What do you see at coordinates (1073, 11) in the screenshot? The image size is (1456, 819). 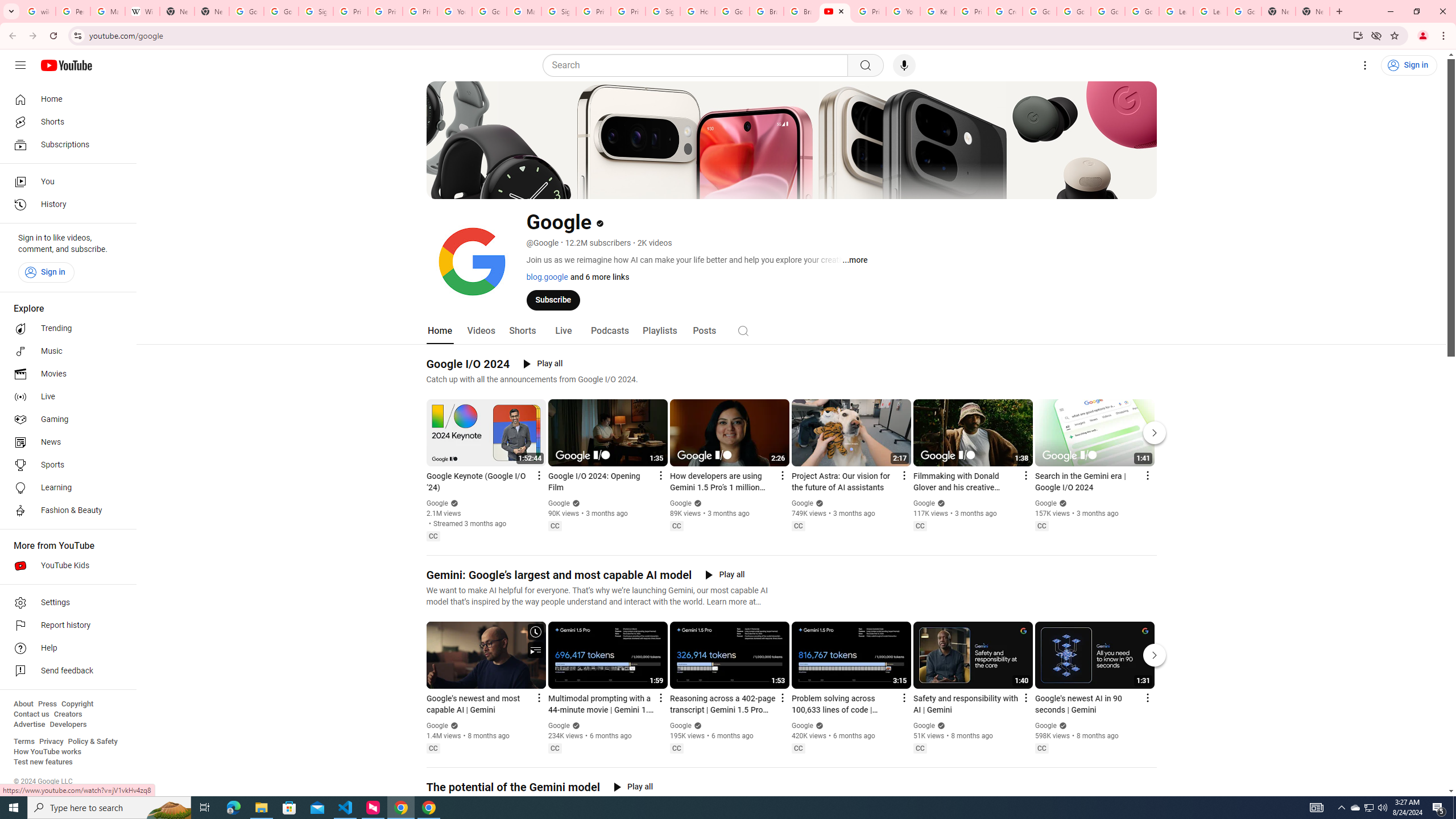 I see `'Google Account Help'` at bounding box center [1073, 11].